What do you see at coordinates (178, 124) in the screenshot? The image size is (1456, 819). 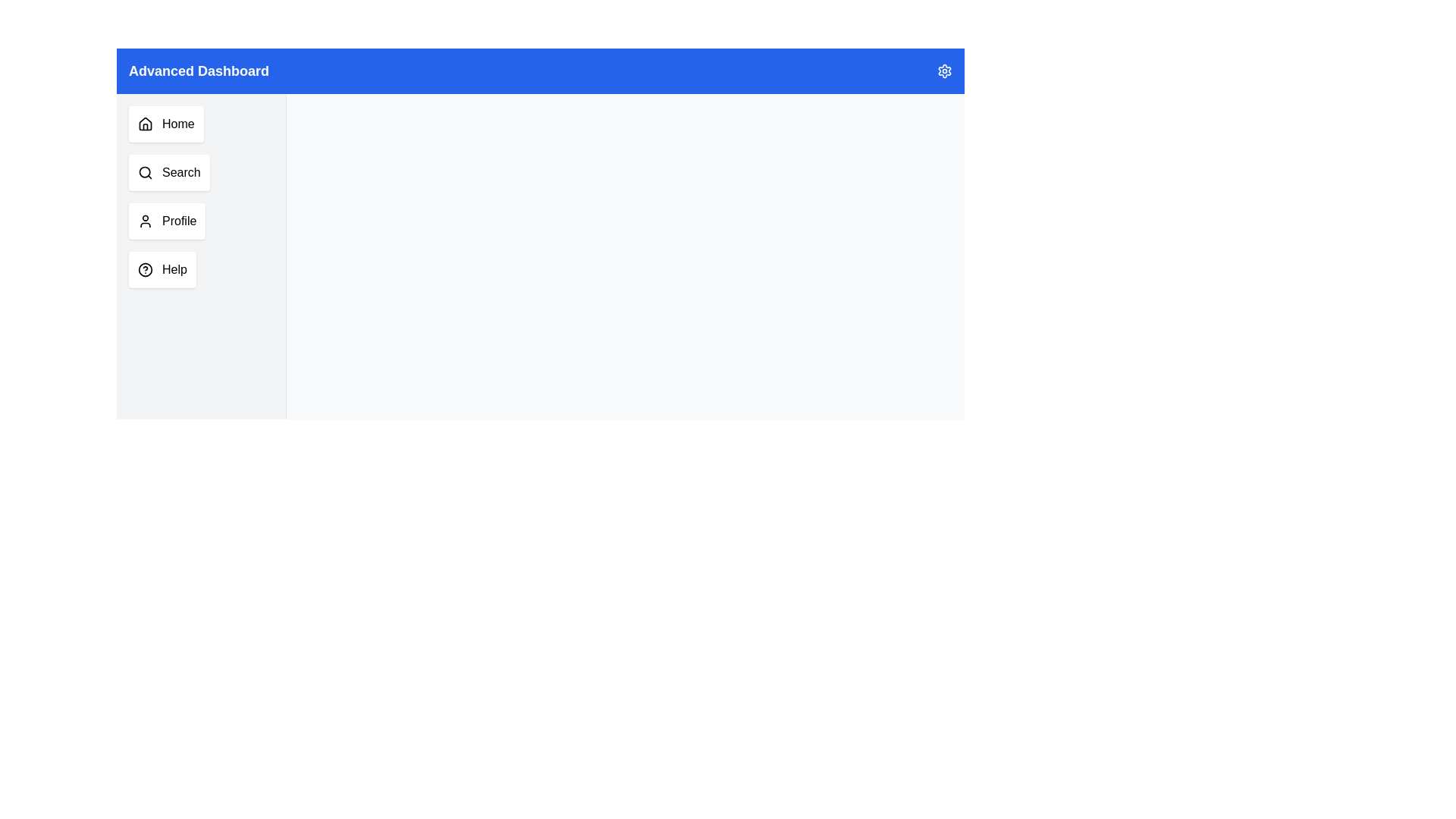 I see `the 'Home' text label located within the vertical menu on the left side of the interface, which allows users` at bounding box center [178, 124].